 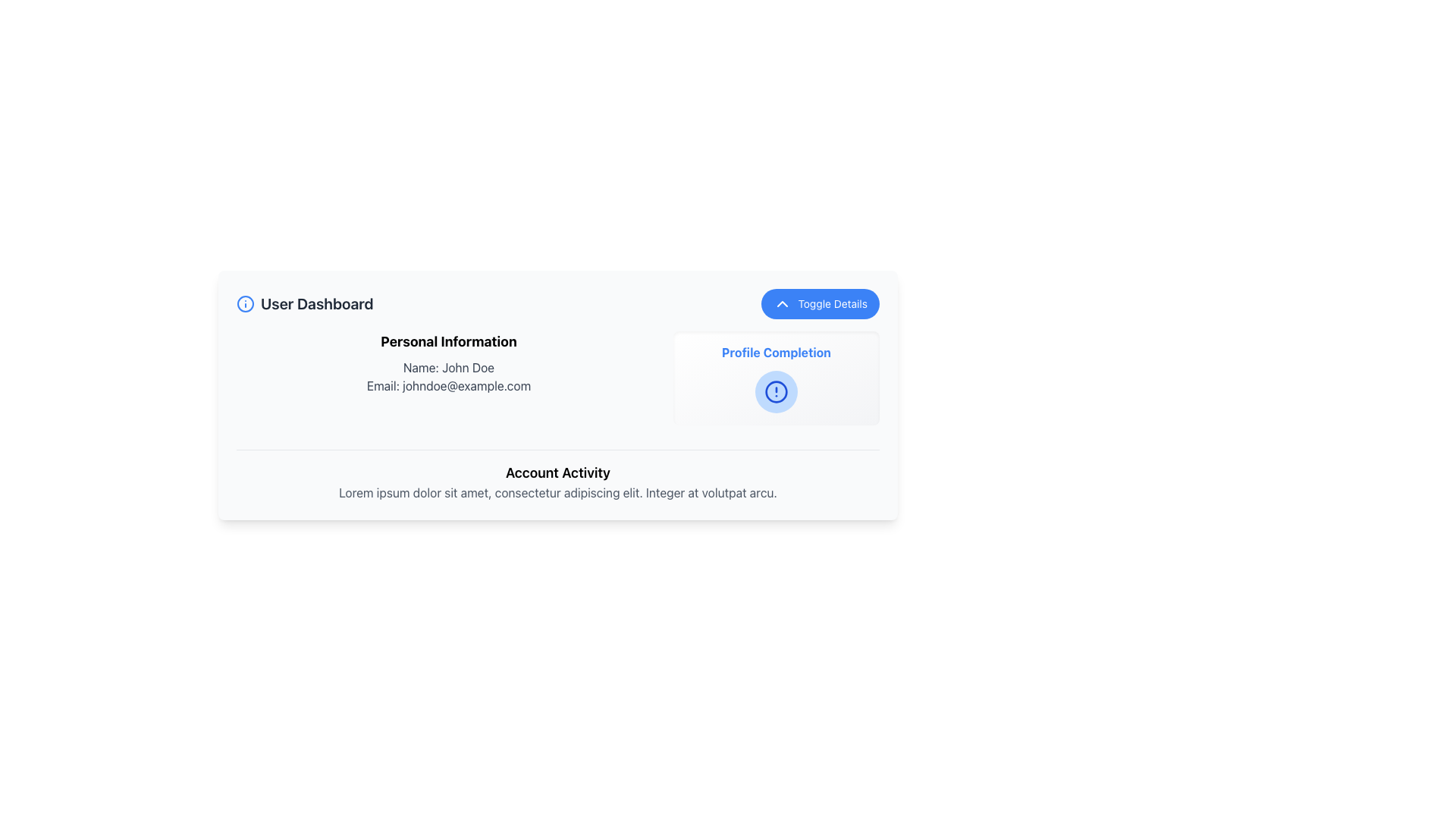 I want to click on text 'User Dashboard' displayed in a bold, large font next to a circular blue icon with an 'i', located near the top-left corner of the interface, so click(x=304, y=304).